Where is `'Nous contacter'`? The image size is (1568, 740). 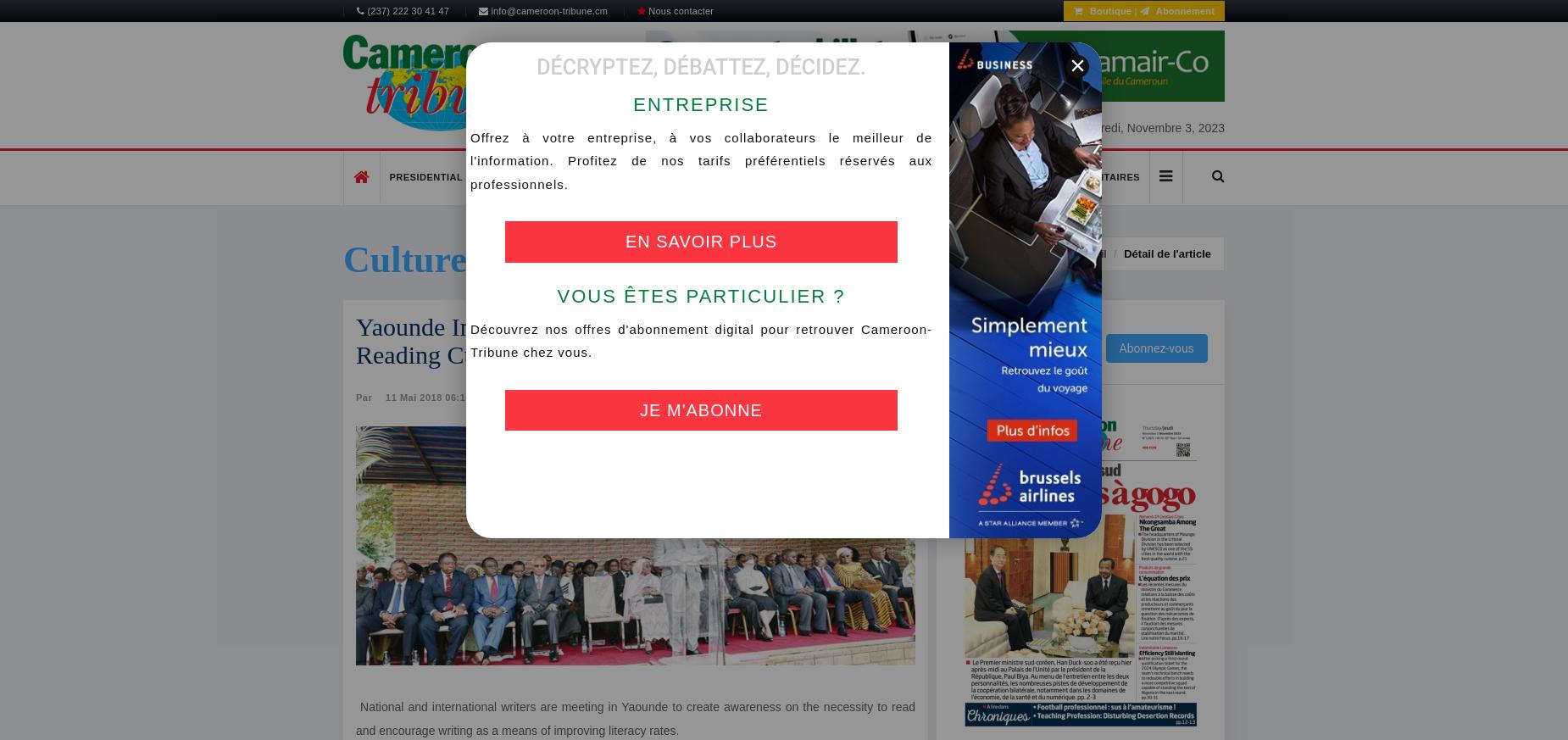 'Nous contacter' is located at coordinates (679, 10).